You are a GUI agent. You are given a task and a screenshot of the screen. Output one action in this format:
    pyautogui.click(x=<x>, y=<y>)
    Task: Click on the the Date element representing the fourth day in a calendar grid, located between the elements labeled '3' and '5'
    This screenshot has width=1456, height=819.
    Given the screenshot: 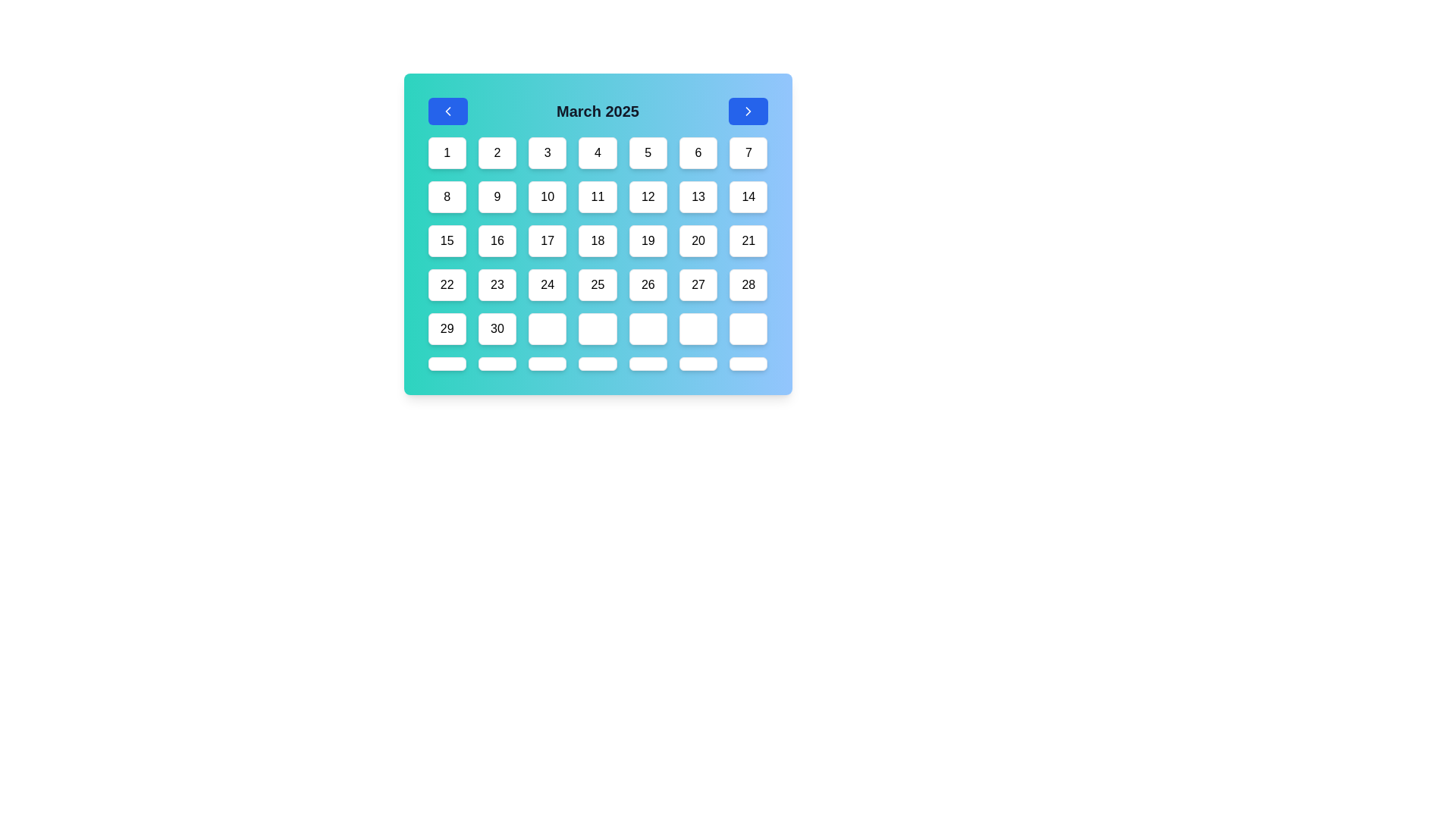 What is the action you would take?
    pyautogui.click(x=597, y=152)
    